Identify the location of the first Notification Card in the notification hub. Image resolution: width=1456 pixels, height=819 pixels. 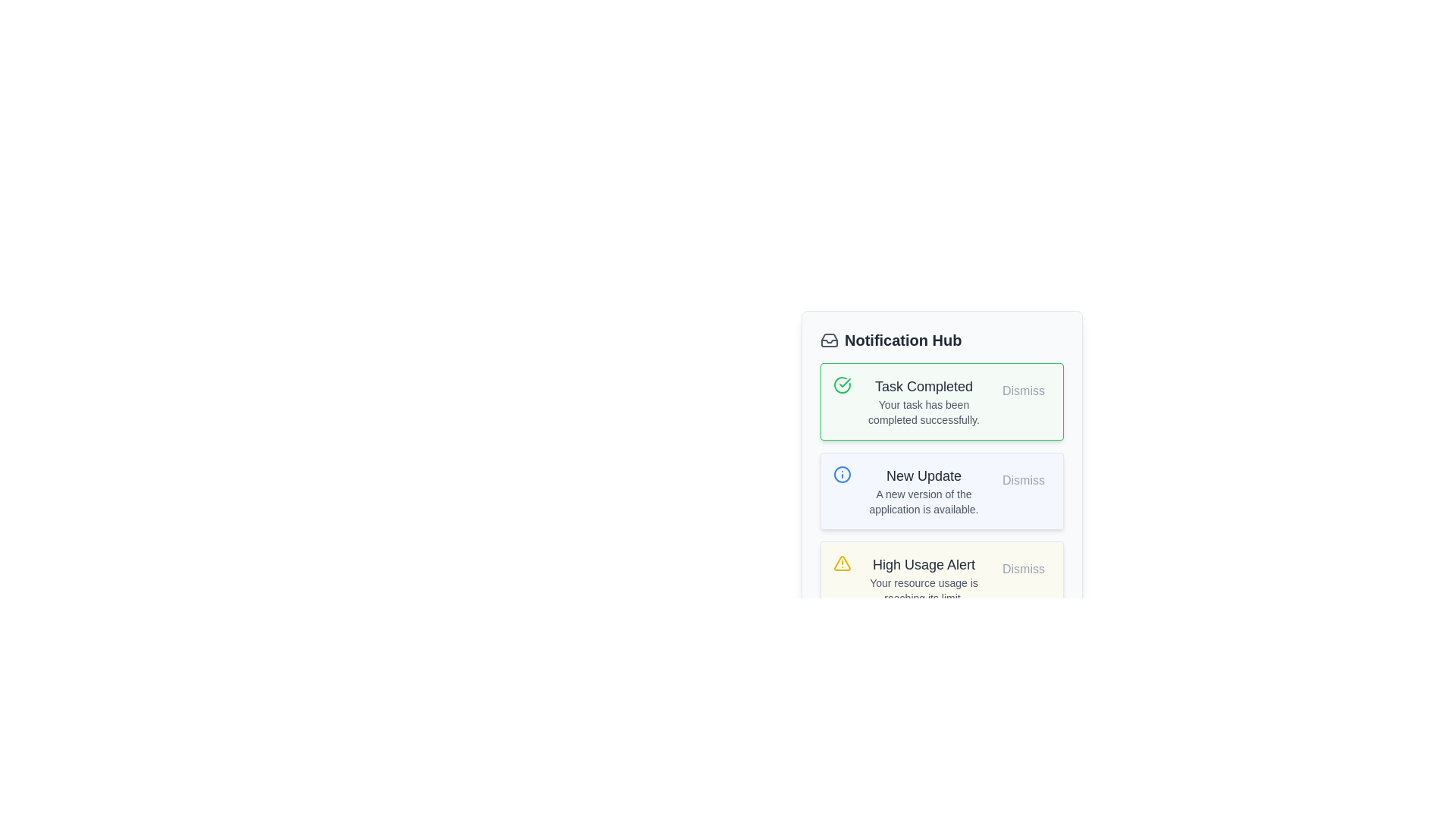
(941, 444).